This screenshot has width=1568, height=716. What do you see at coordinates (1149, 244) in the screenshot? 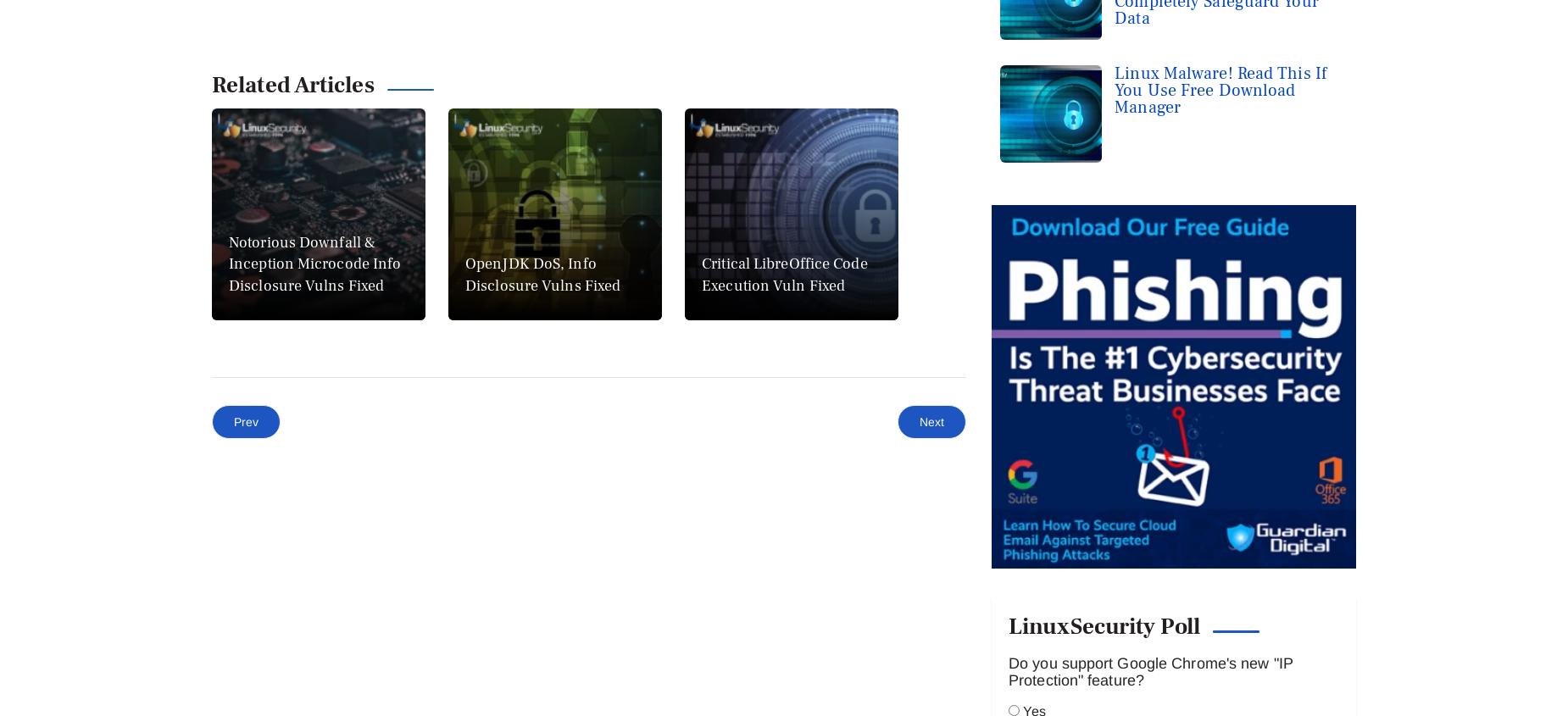
I see `'Do you support Google Chrome's new "IP Protection" feature?'` at bounding box center [1149, 244].